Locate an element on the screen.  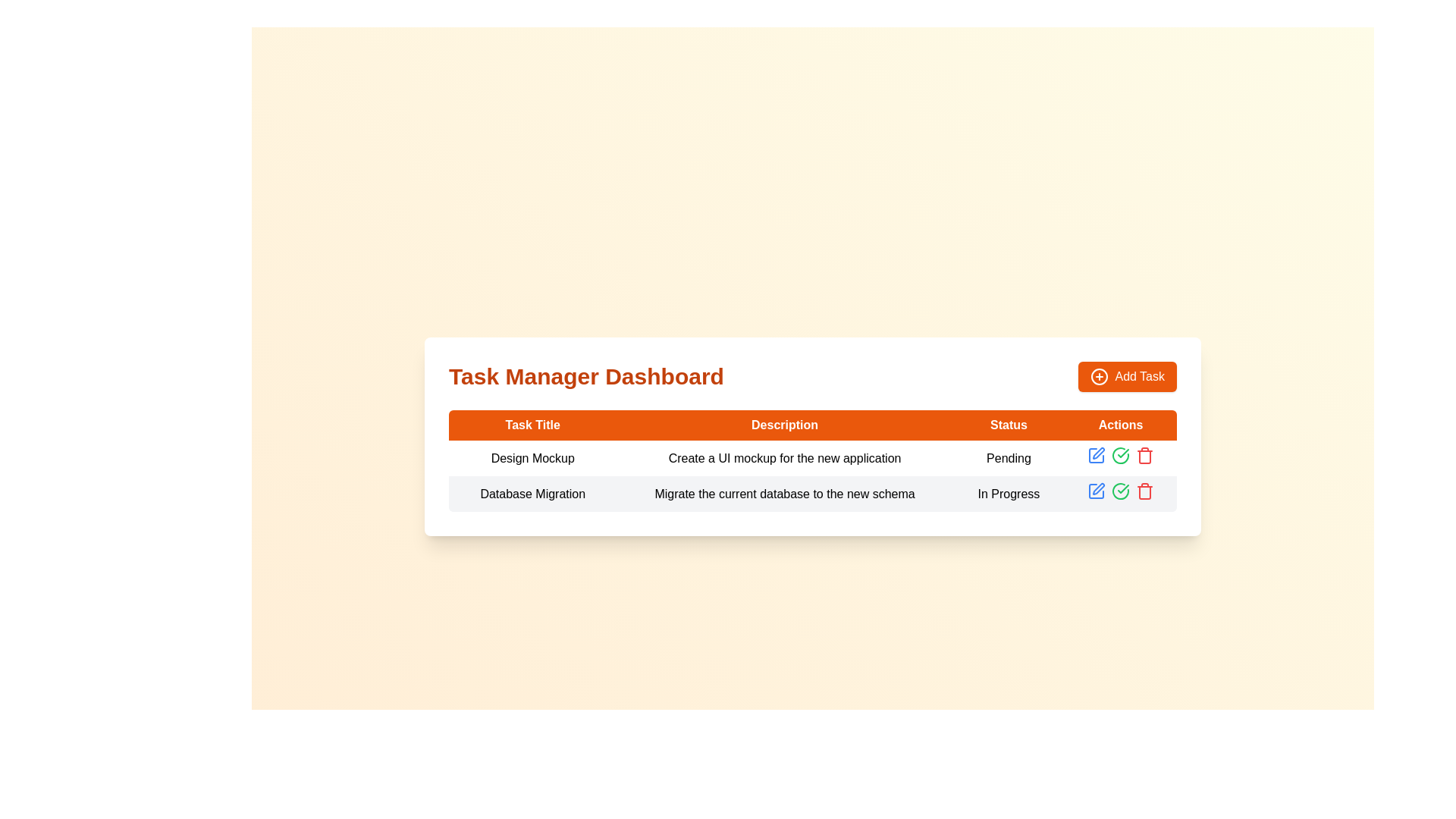
the confirmation icon in the 'Actions' column of the second row of the table to mark the 'Database Migration' task as complete is located at coordinates (1123, 452).